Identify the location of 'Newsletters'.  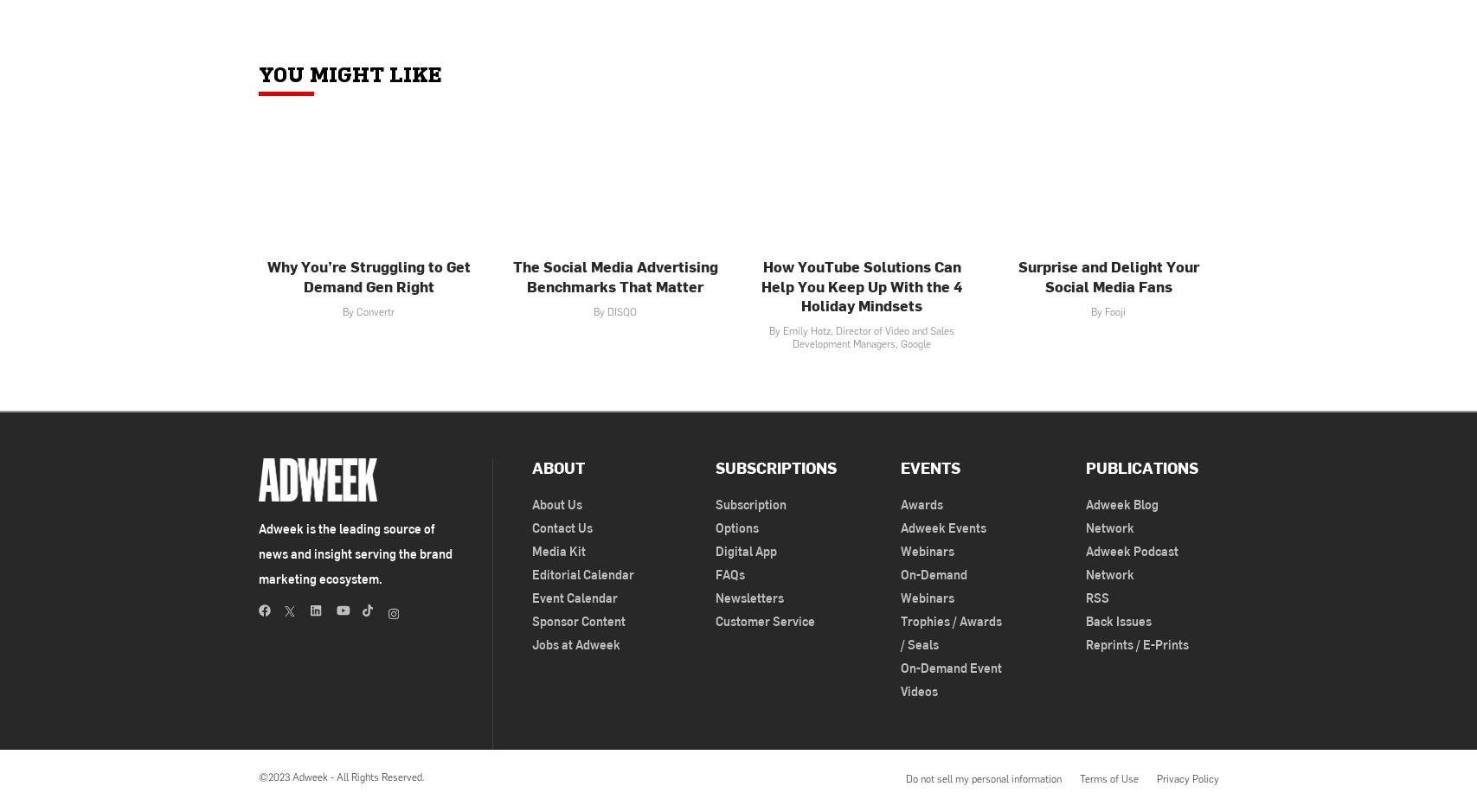
(748, 596).